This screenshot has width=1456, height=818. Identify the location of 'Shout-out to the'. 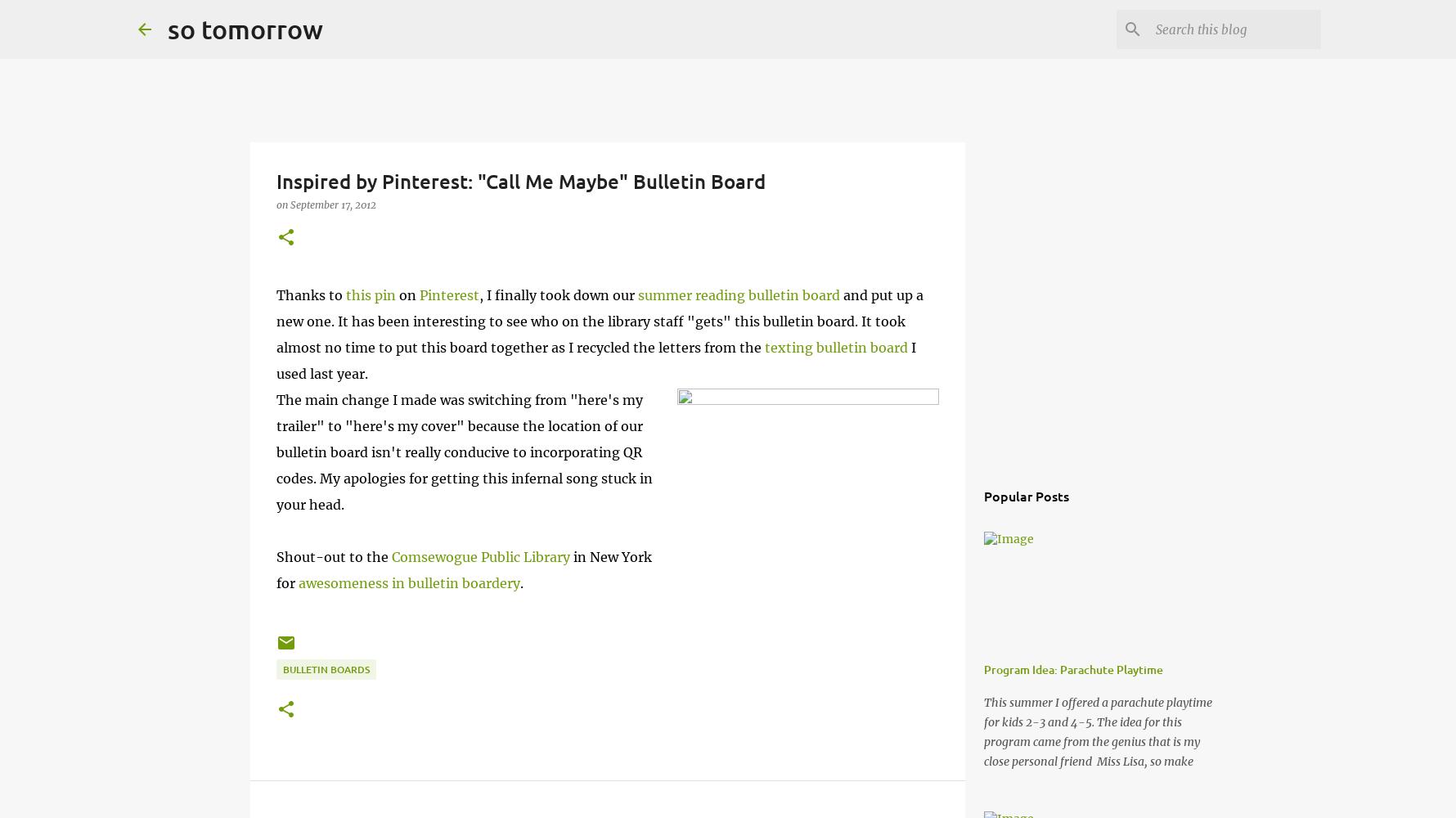
(332, 557).